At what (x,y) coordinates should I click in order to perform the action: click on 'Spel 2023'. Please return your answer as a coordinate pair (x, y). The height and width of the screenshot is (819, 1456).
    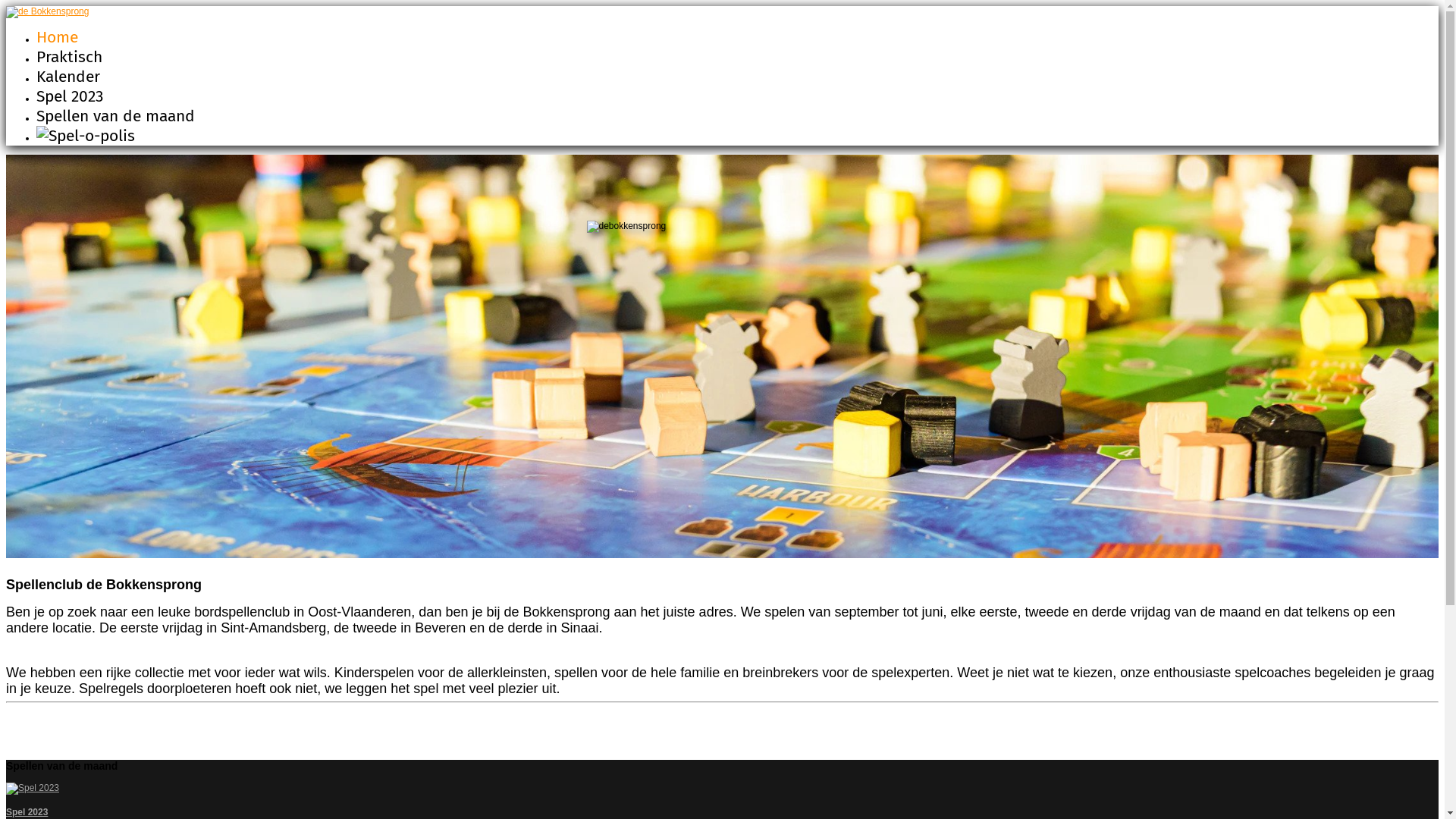
    Looking at the image, I should click on (6, 811).